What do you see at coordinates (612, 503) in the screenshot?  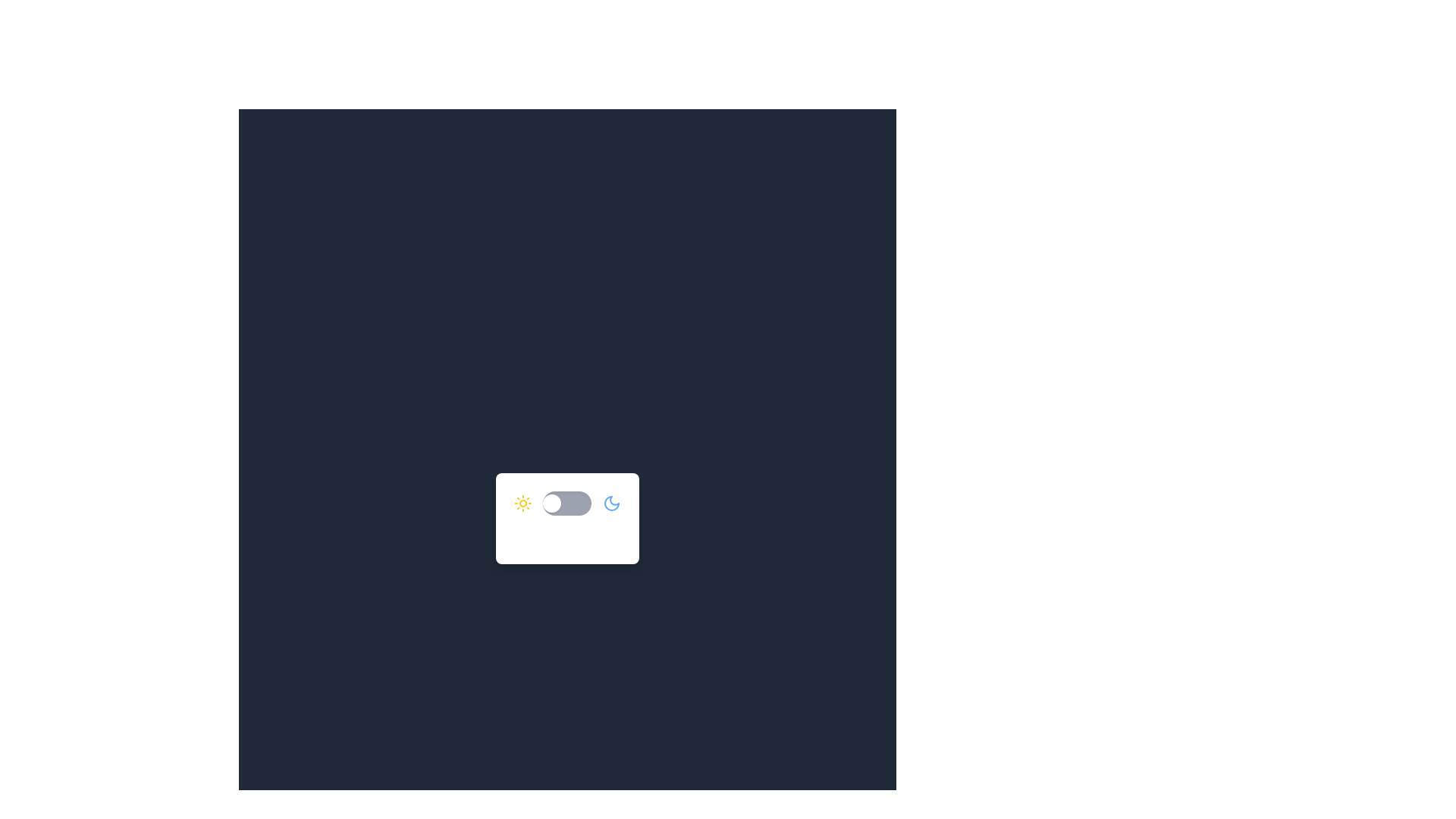 I see `the crescent moon icon located in the top-right corner of the user interface, which is used to toggle between day and night modes` at bounding box center [612, 503].